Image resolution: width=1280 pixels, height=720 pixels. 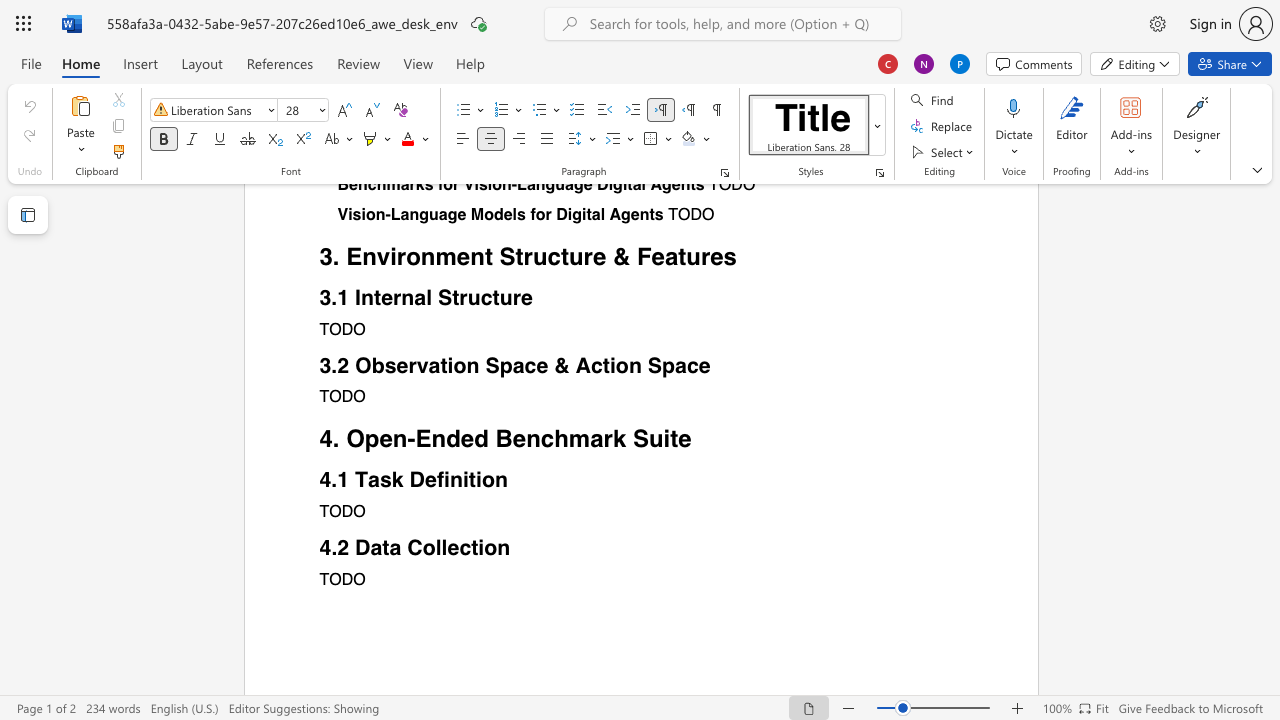 What do you see at coordinates (461, 479) in the screenshot?
I see `the subset text "itio" within the text "4.1 Task Definition"` at bounding box center [461, 479].